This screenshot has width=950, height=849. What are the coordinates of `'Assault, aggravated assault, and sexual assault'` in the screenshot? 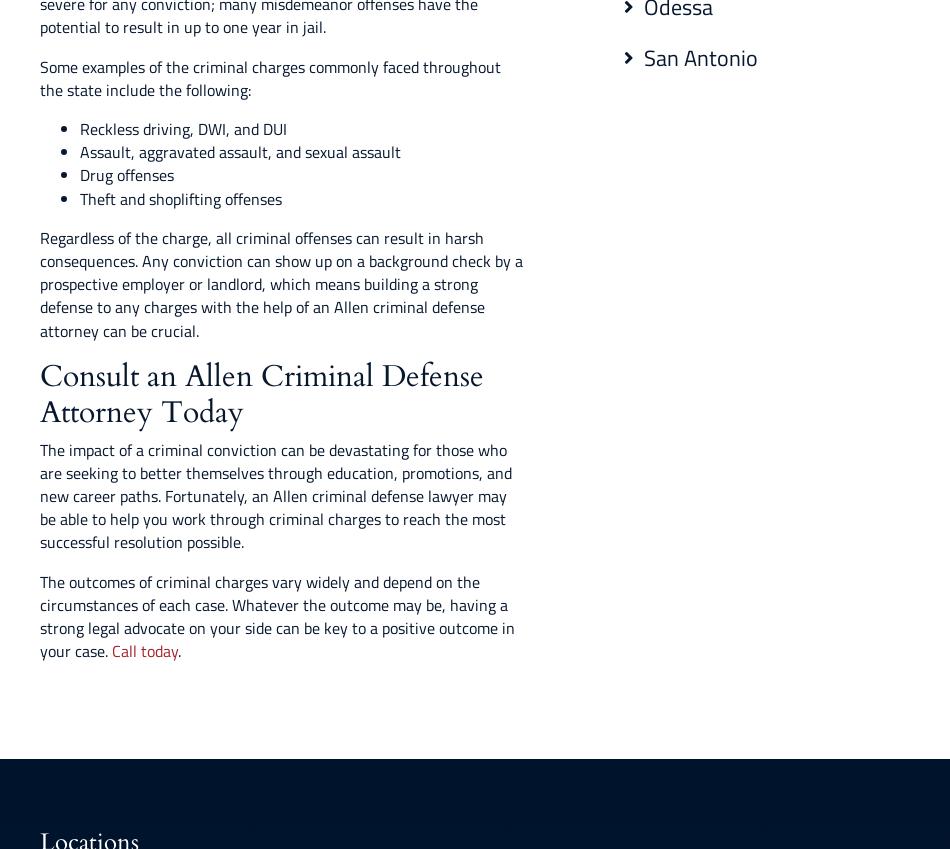 It's located at (239, 151).